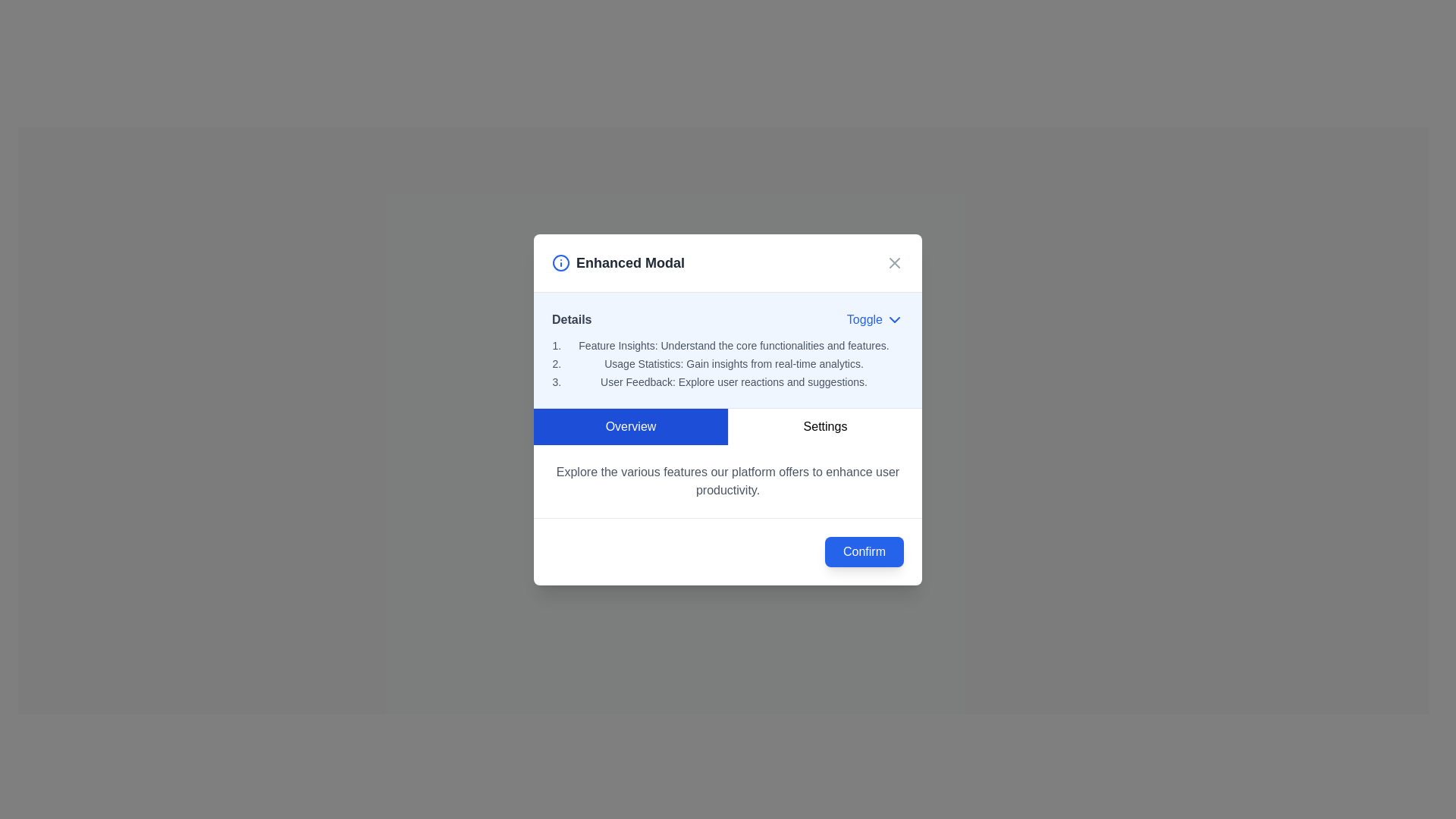 The width and height of the screenshot is (1456, 819). What do you see at coordinates (895, 318) in the screenshot?
I see `the downward-facing chevron icon located to the right of the 'Toggle' text label` at bounding box center [895, 318].